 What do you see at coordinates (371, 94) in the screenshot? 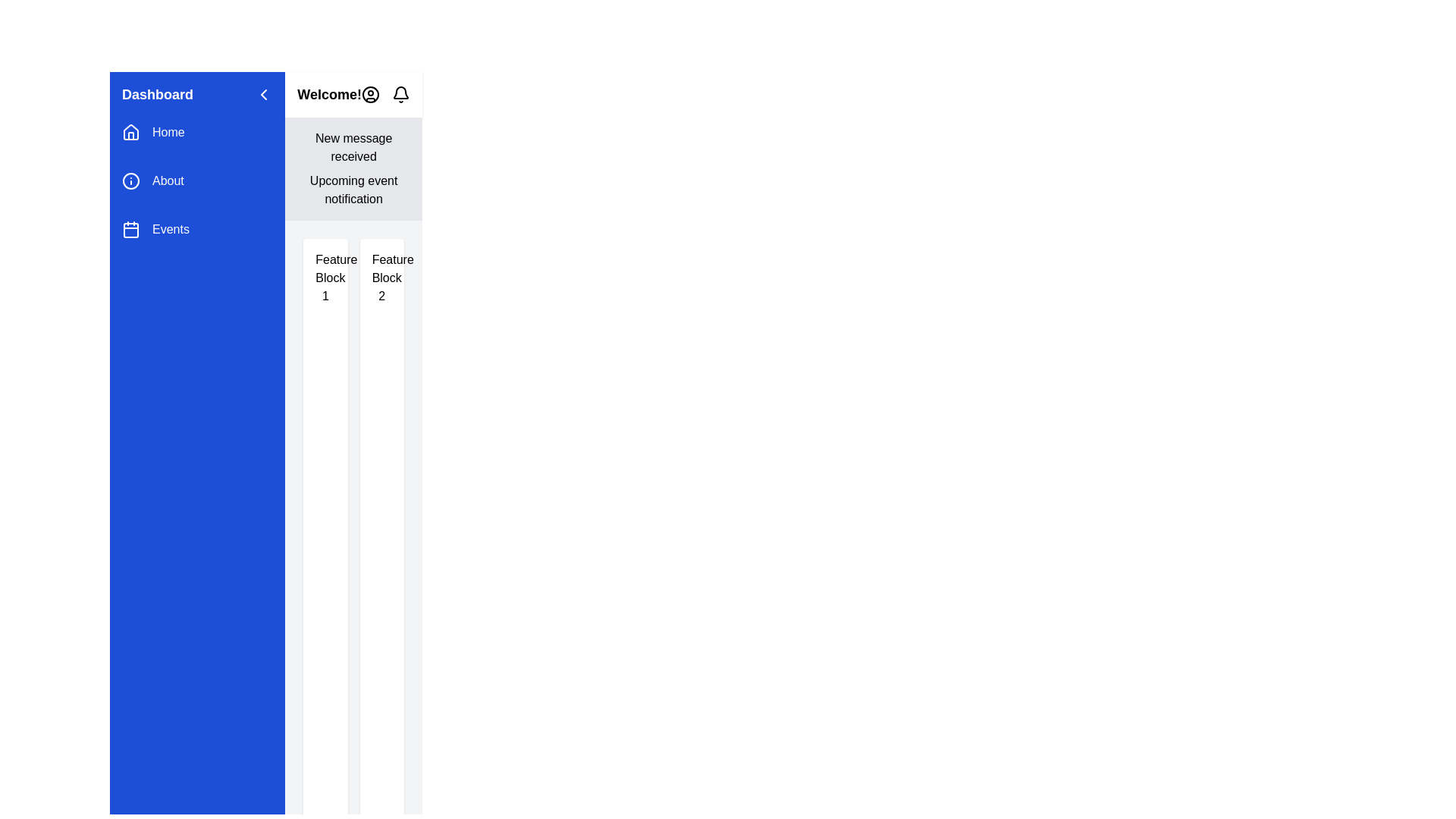
I see `the circular profile icon featuring a user silhouette` at bounding box center [371, 94].